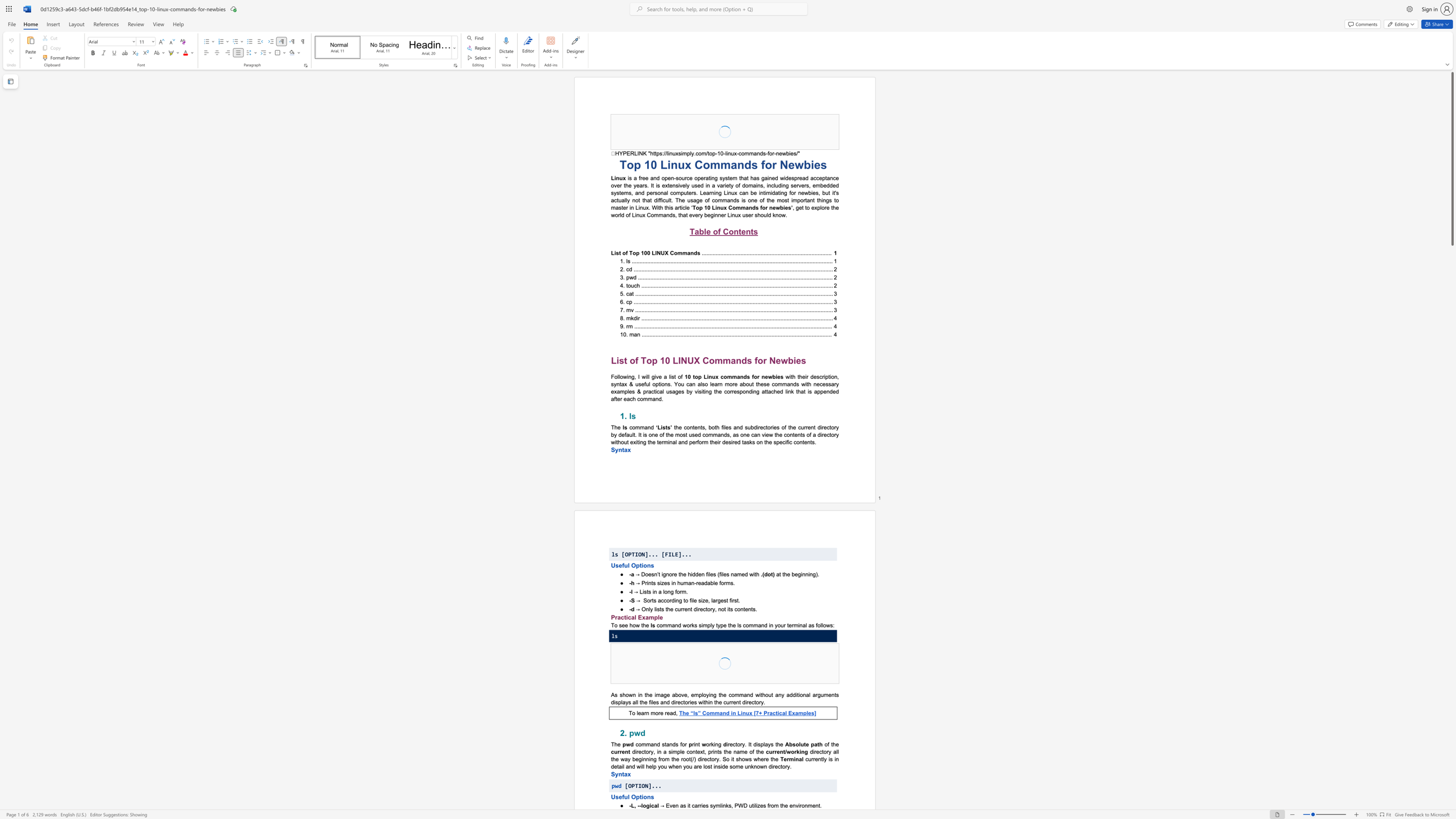 The height and width of the screenshot is (819, 1456). Describe the element at coordinates (1451, 326) in the screenshot. I see `the scrollbar to move the content lower` at that location.